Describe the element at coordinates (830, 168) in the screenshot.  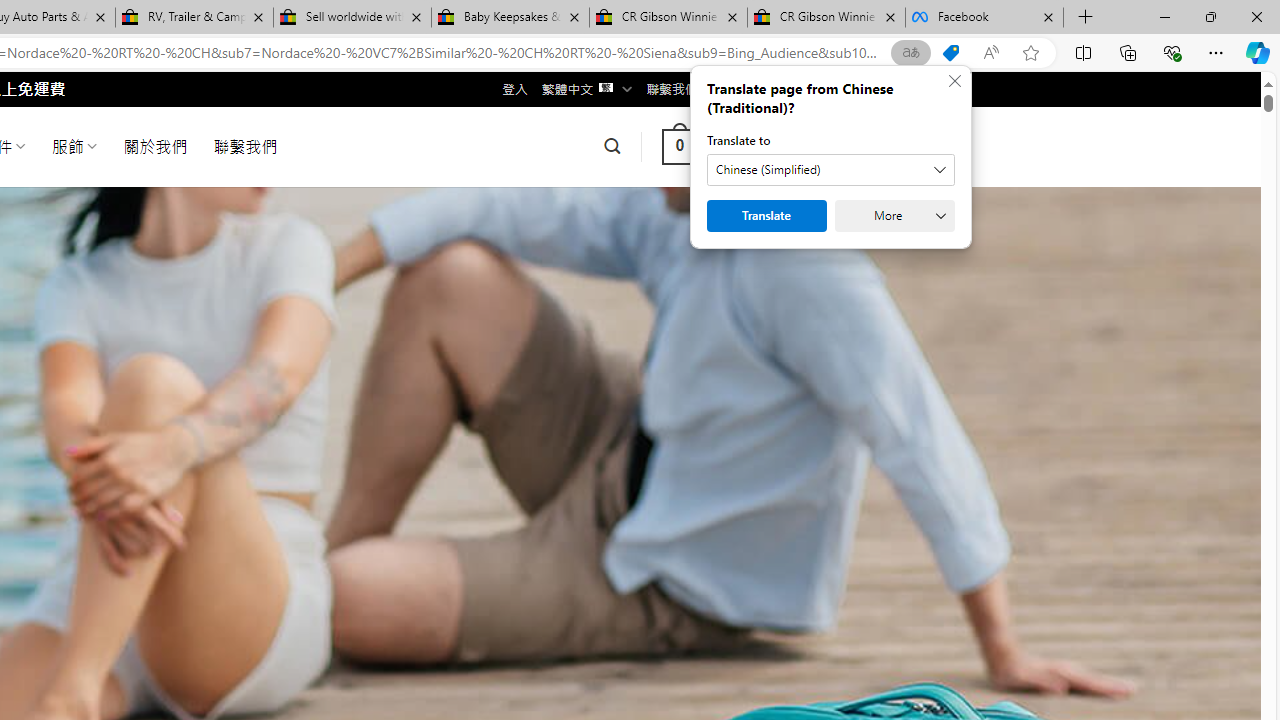
I see `'Translate to'` at that location.